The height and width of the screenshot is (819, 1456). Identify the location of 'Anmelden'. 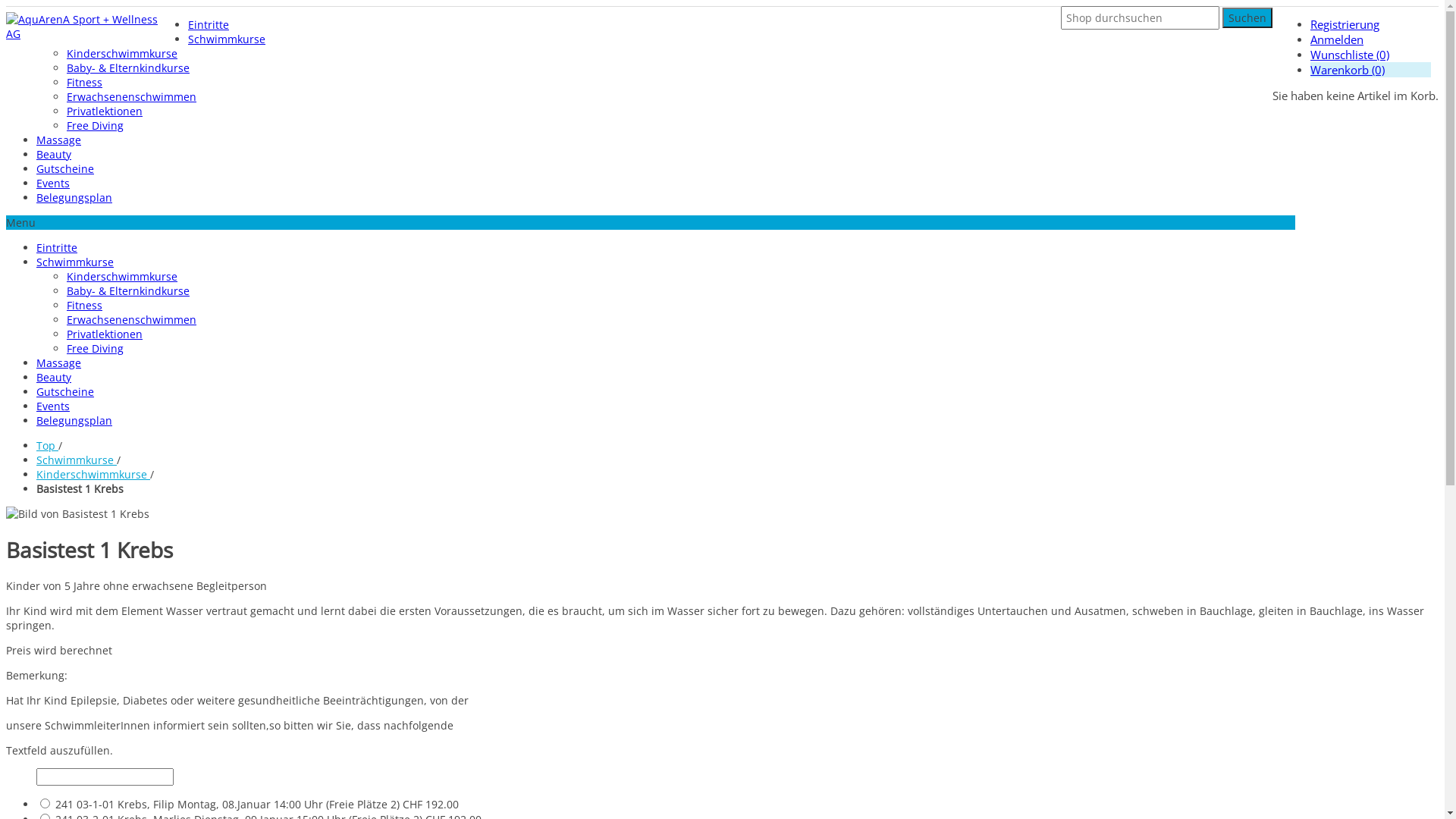
(1336, 38).